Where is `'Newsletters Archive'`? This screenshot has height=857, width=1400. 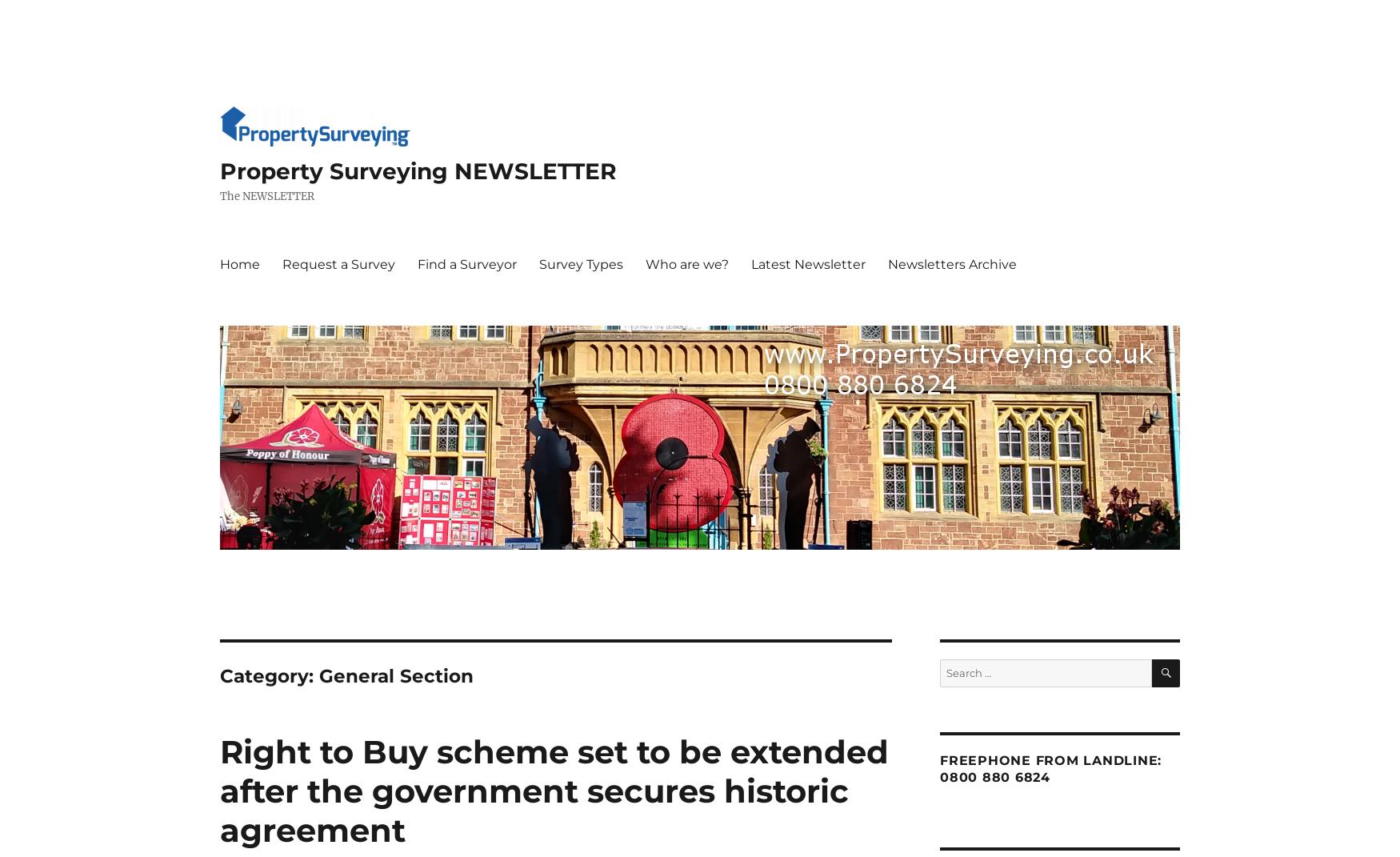
'Newsletters Archive' is located at coordinates (952, 262).